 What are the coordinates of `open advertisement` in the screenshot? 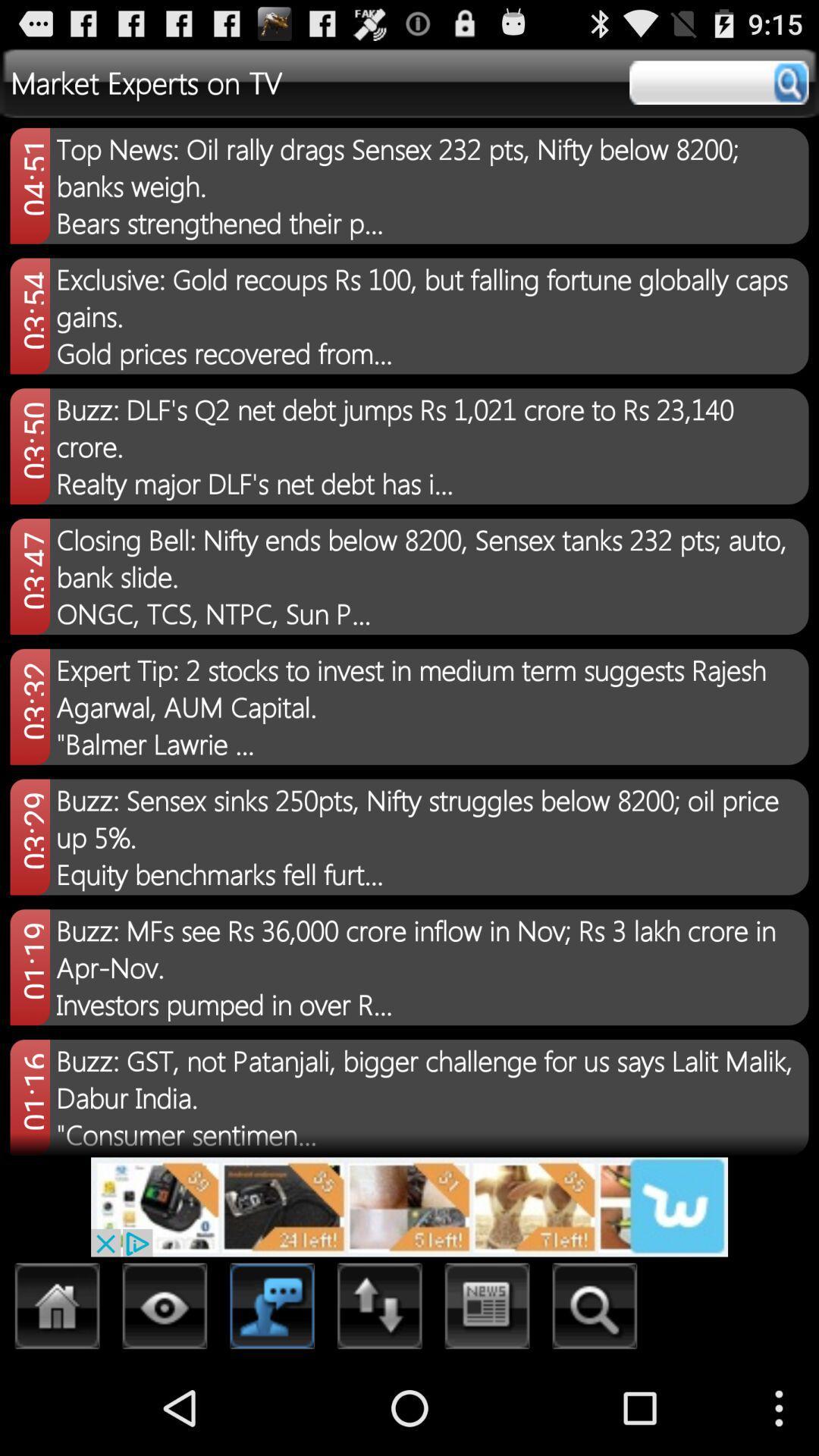 It's located at (409, 1206).